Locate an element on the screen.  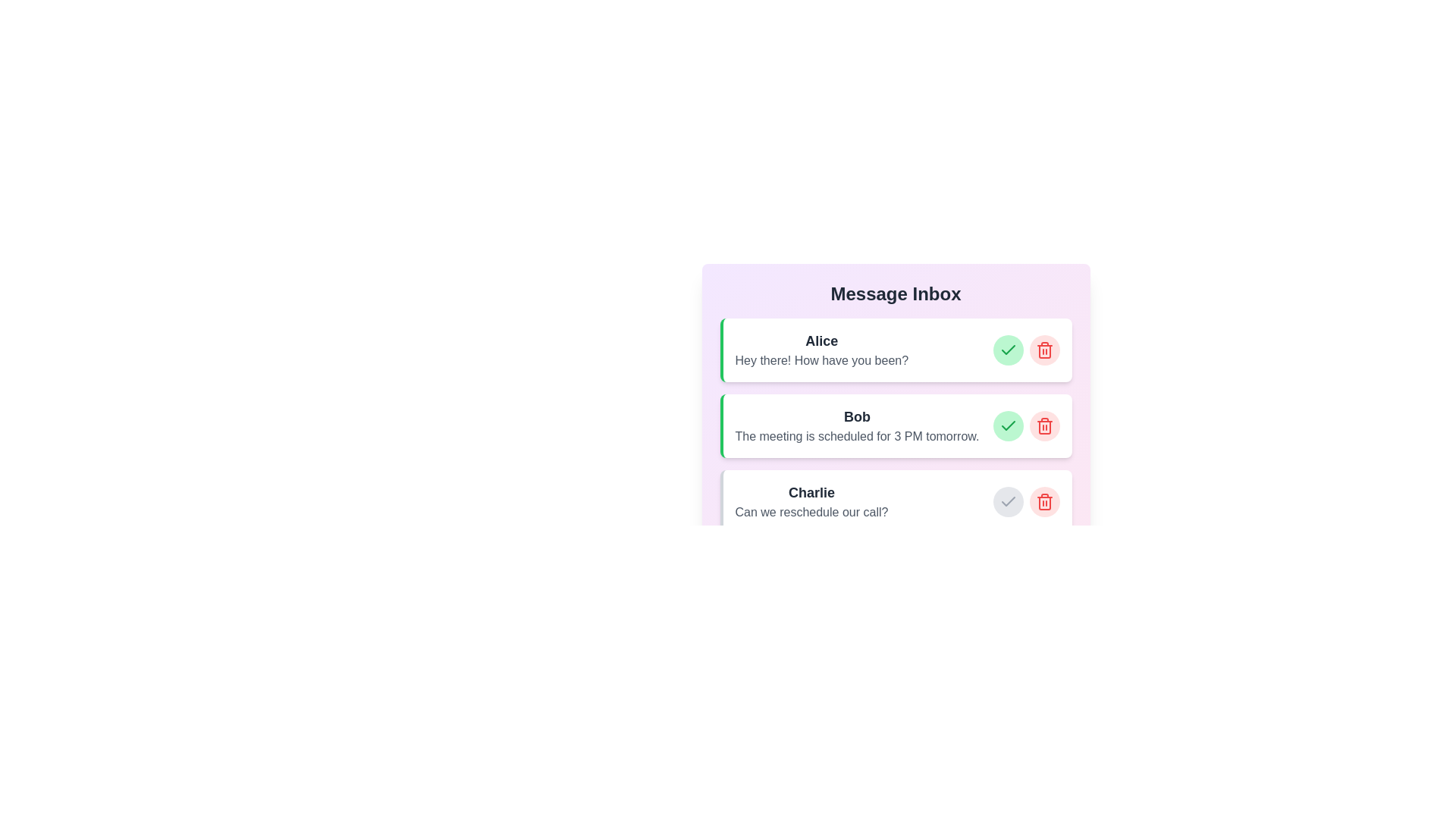
the check button of the message with sender Charlie to toggle its status is located at coordinates (1008, 502).